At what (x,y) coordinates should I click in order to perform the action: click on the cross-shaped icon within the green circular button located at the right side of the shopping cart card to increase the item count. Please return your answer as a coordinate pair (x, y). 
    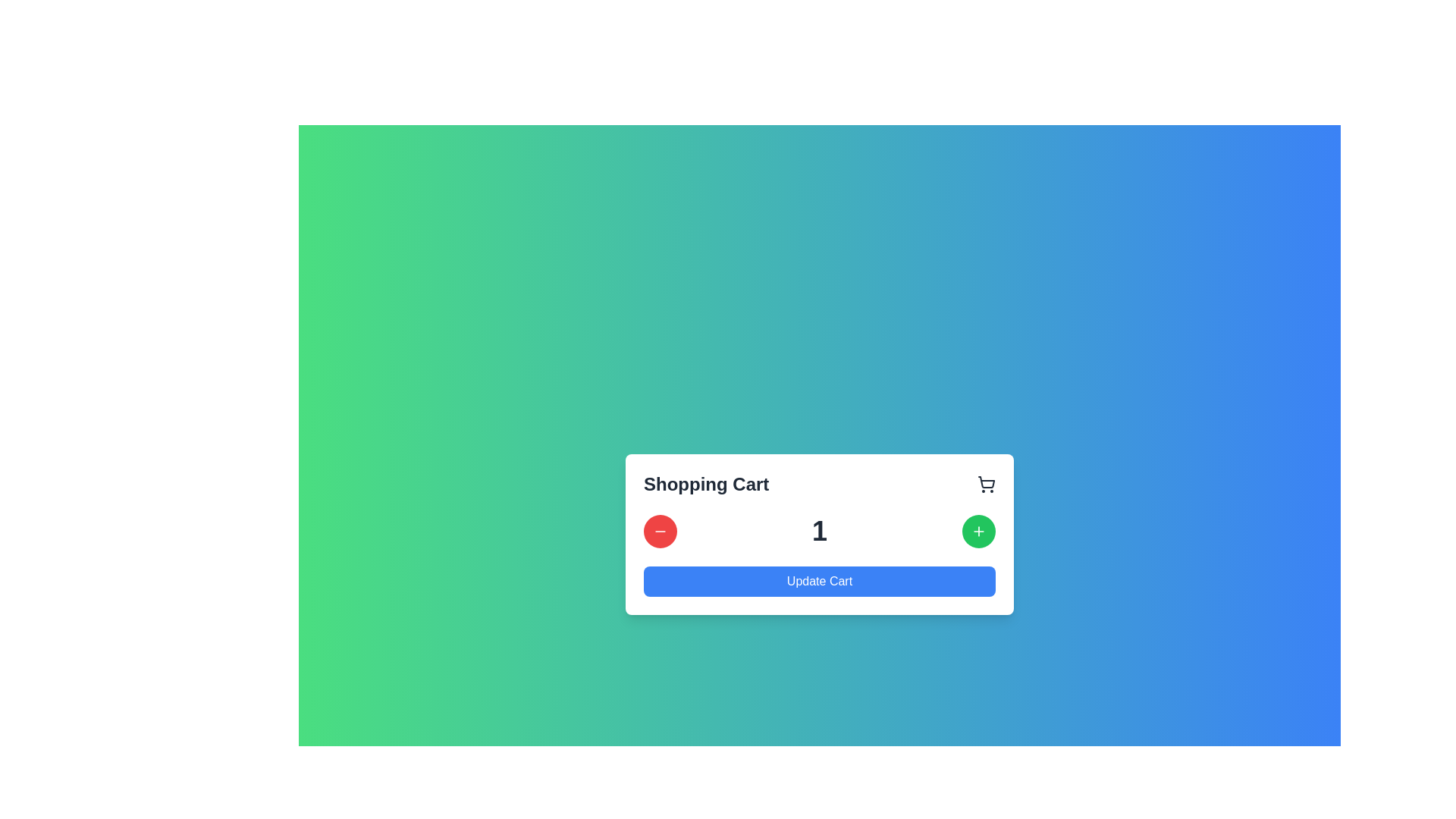
    Looking at the image, I should click on (979, 531).